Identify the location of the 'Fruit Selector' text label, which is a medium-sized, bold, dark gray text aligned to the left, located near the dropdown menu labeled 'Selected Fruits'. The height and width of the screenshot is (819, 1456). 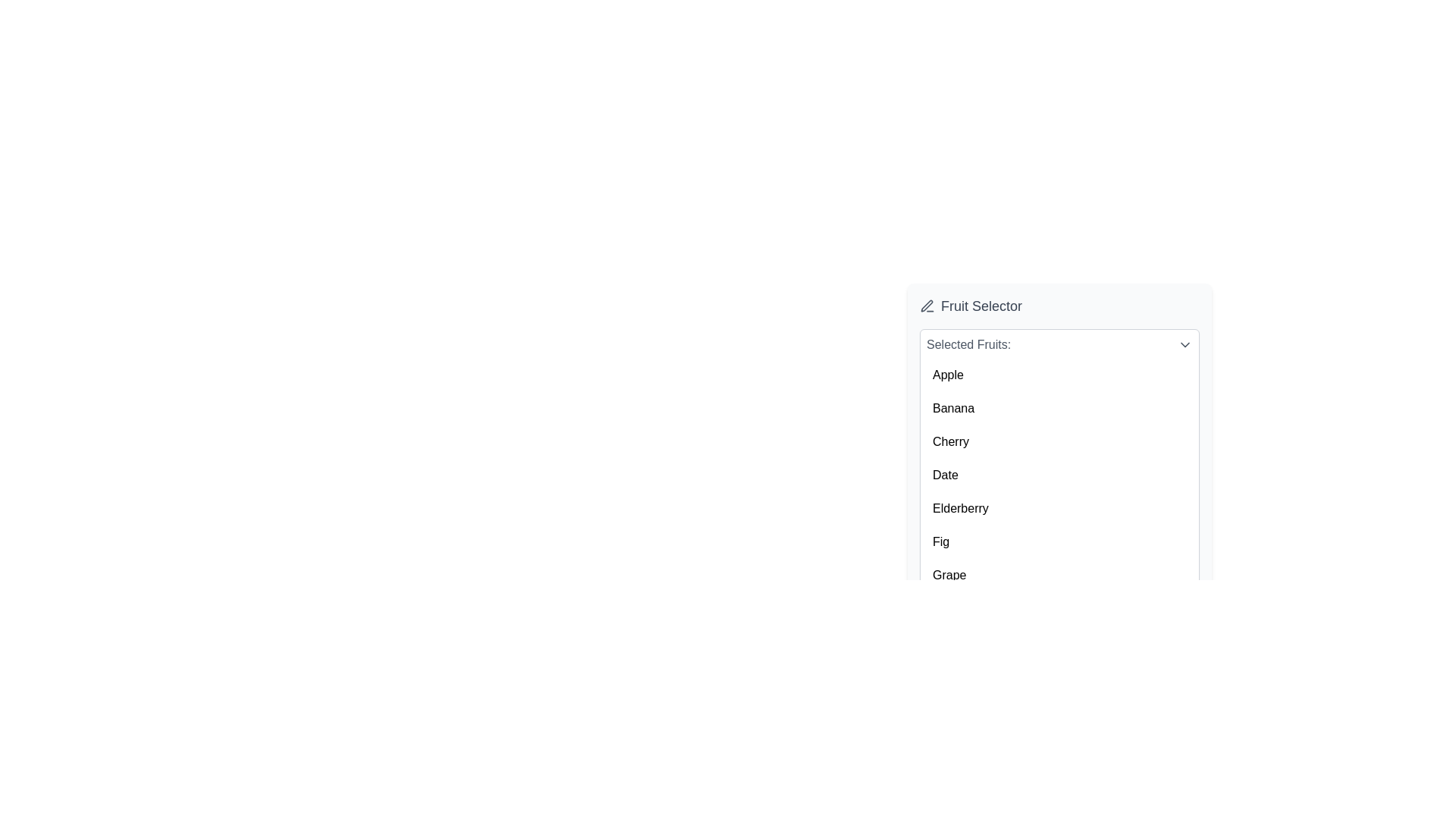
(981, 306).